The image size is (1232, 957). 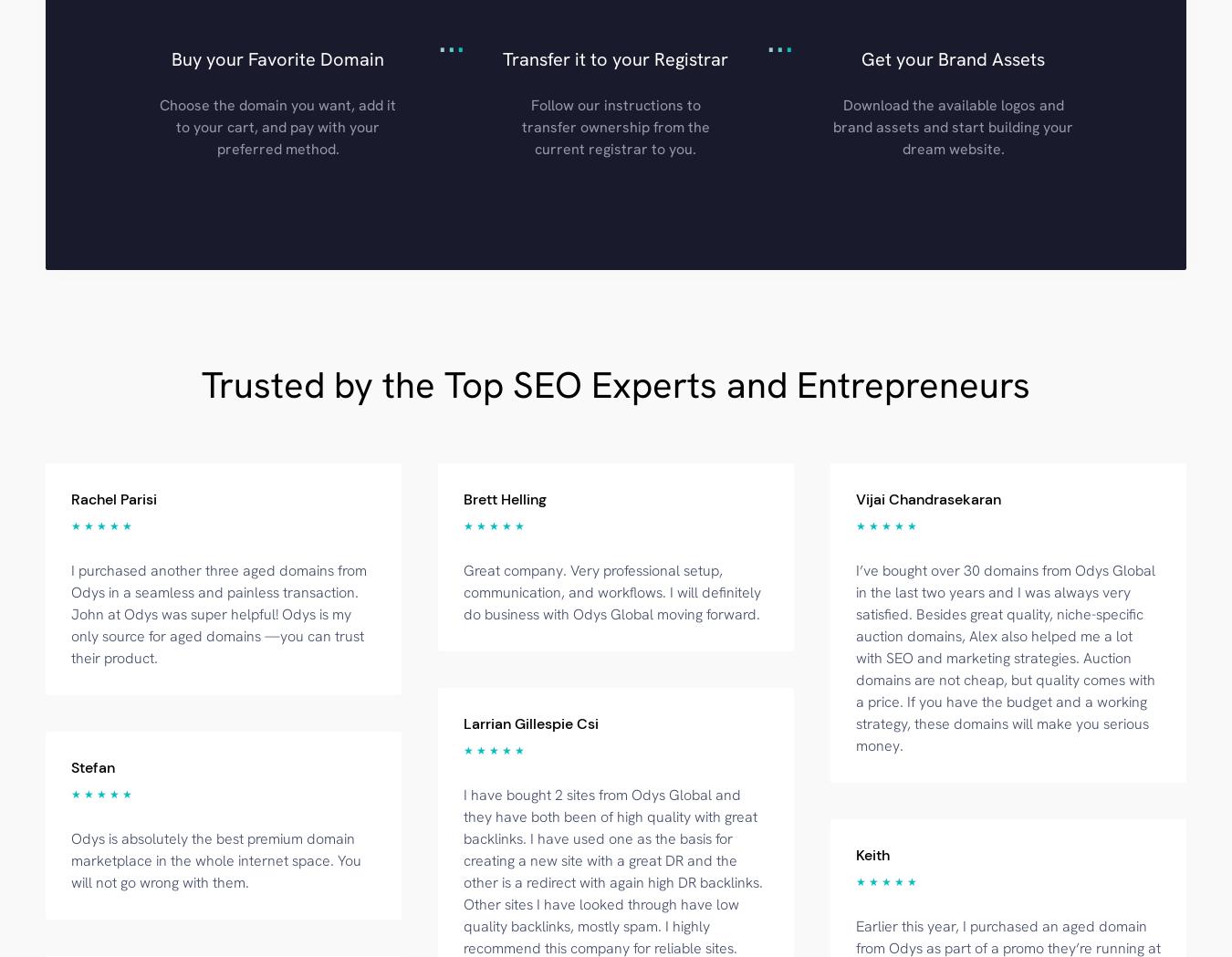 I want to click on 'Trusted by the Top SEO Experts and Entrepreneurs', so click(x=616, y=382).